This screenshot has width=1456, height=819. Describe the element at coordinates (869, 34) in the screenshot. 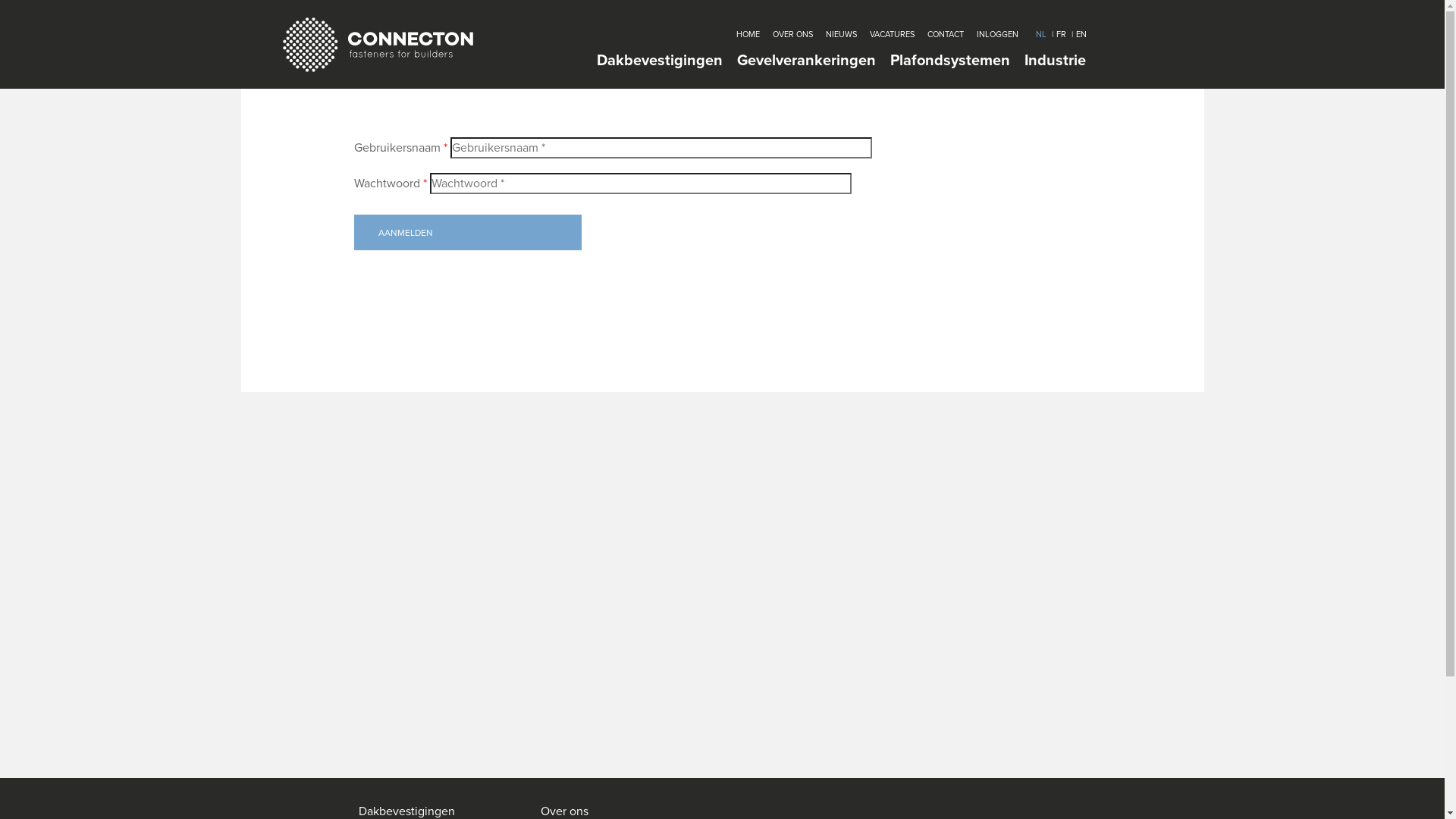

I see `'VACATURES'` at that location.